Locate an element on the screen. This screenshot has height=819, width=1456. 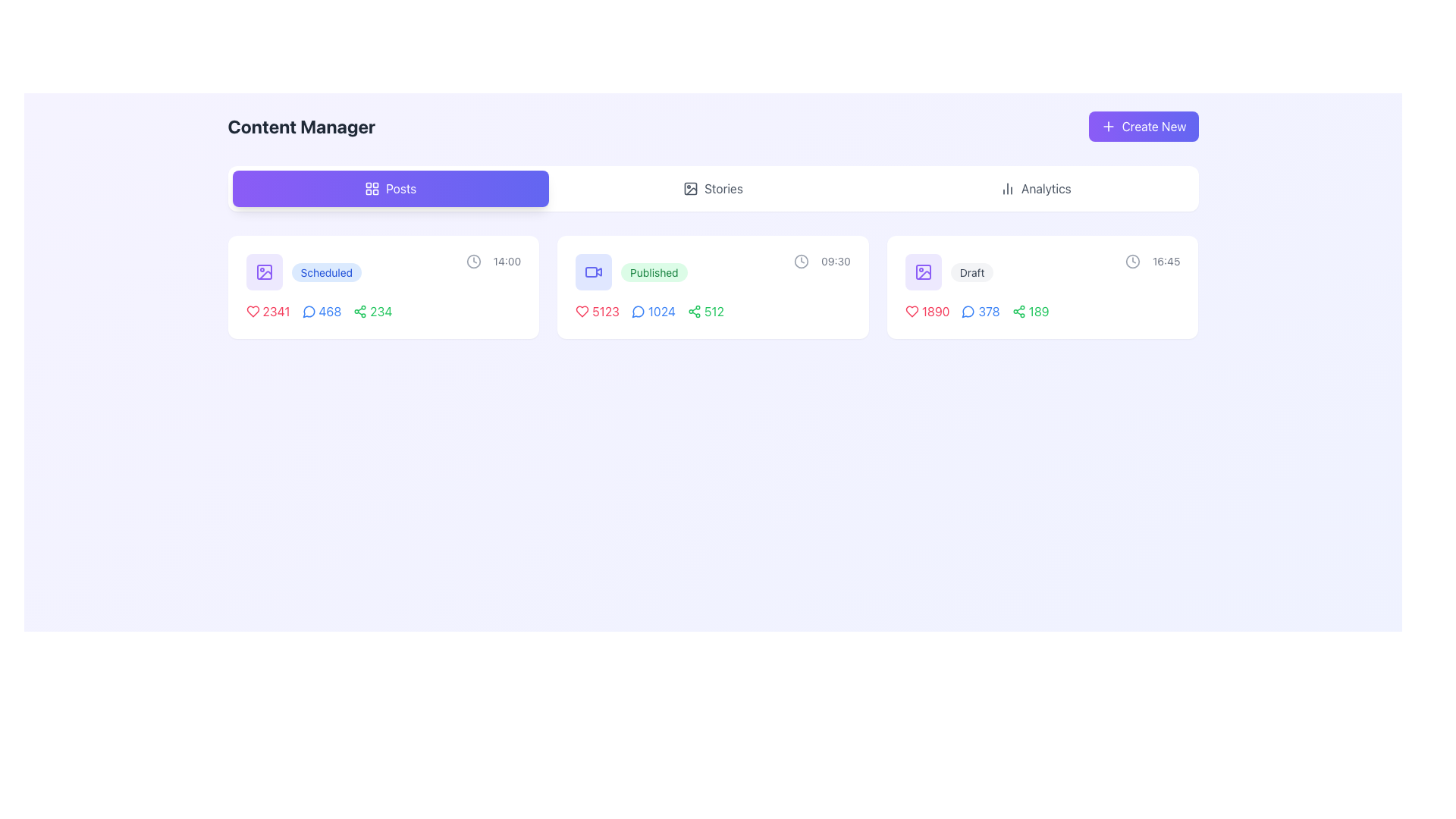
the video recording feature represented by the video camera icon located at the center of the middle card under the 'Posts' section, which is marked as 'Published' is located at coordinates (591, 271).